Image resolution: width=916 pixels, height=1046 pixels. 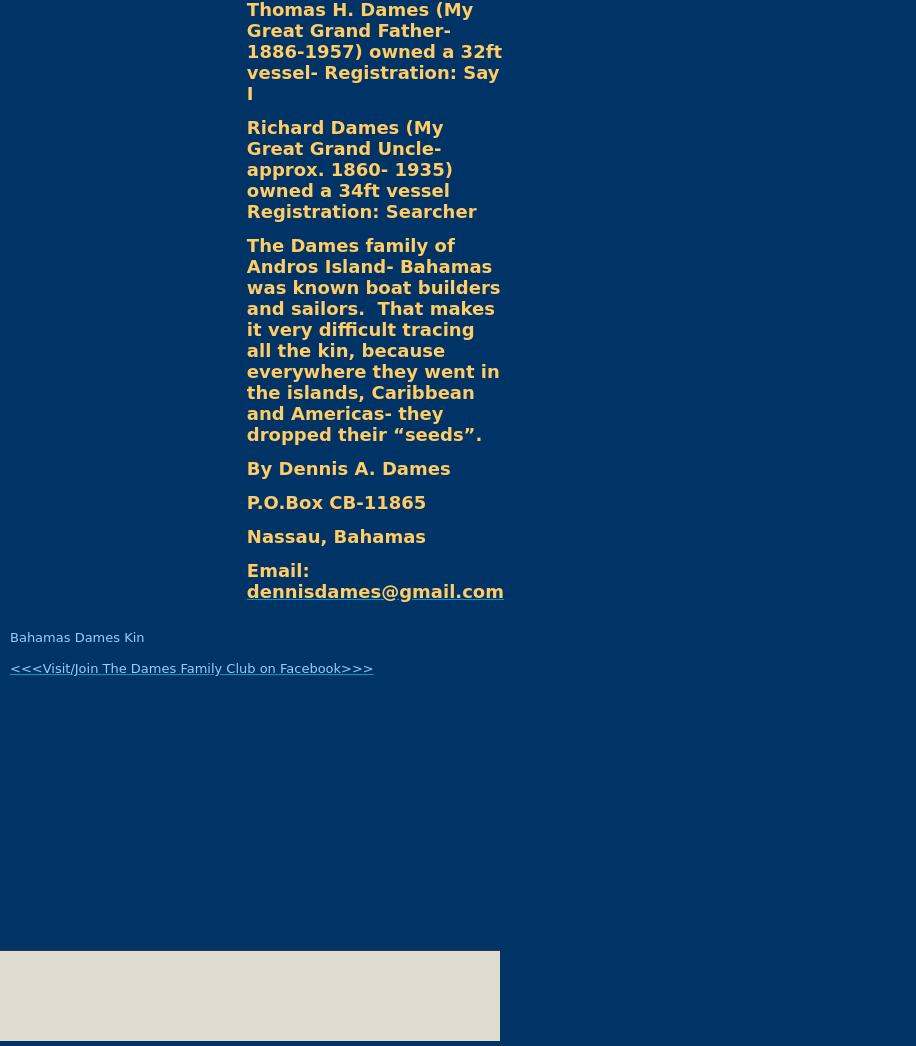 I want to click on 'dennisdames@gmail.com', so click(x=374, y=591).